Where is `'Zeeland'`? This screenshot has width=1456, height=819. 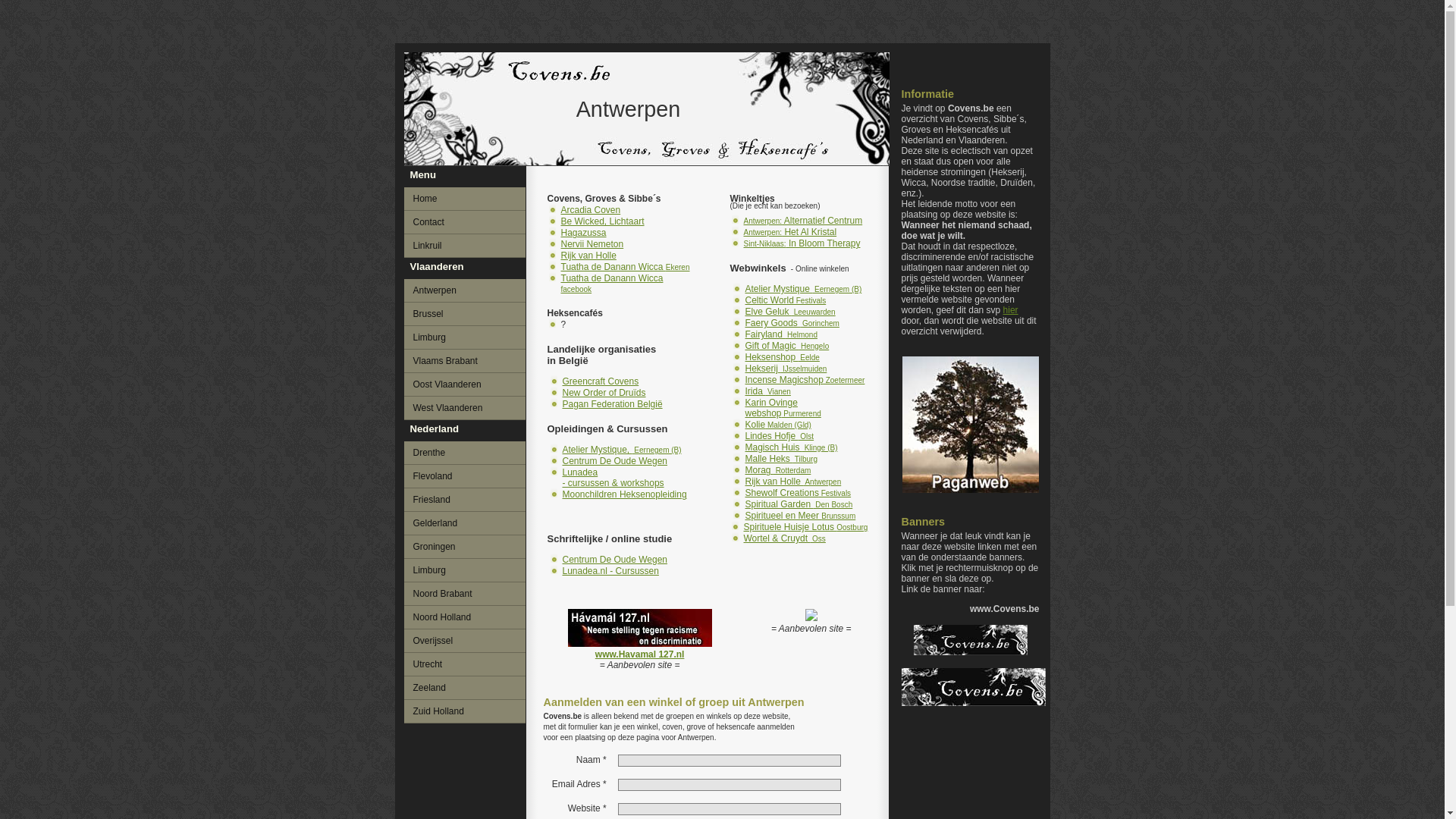 'Zeeland' is located at coordinates (463, 687).